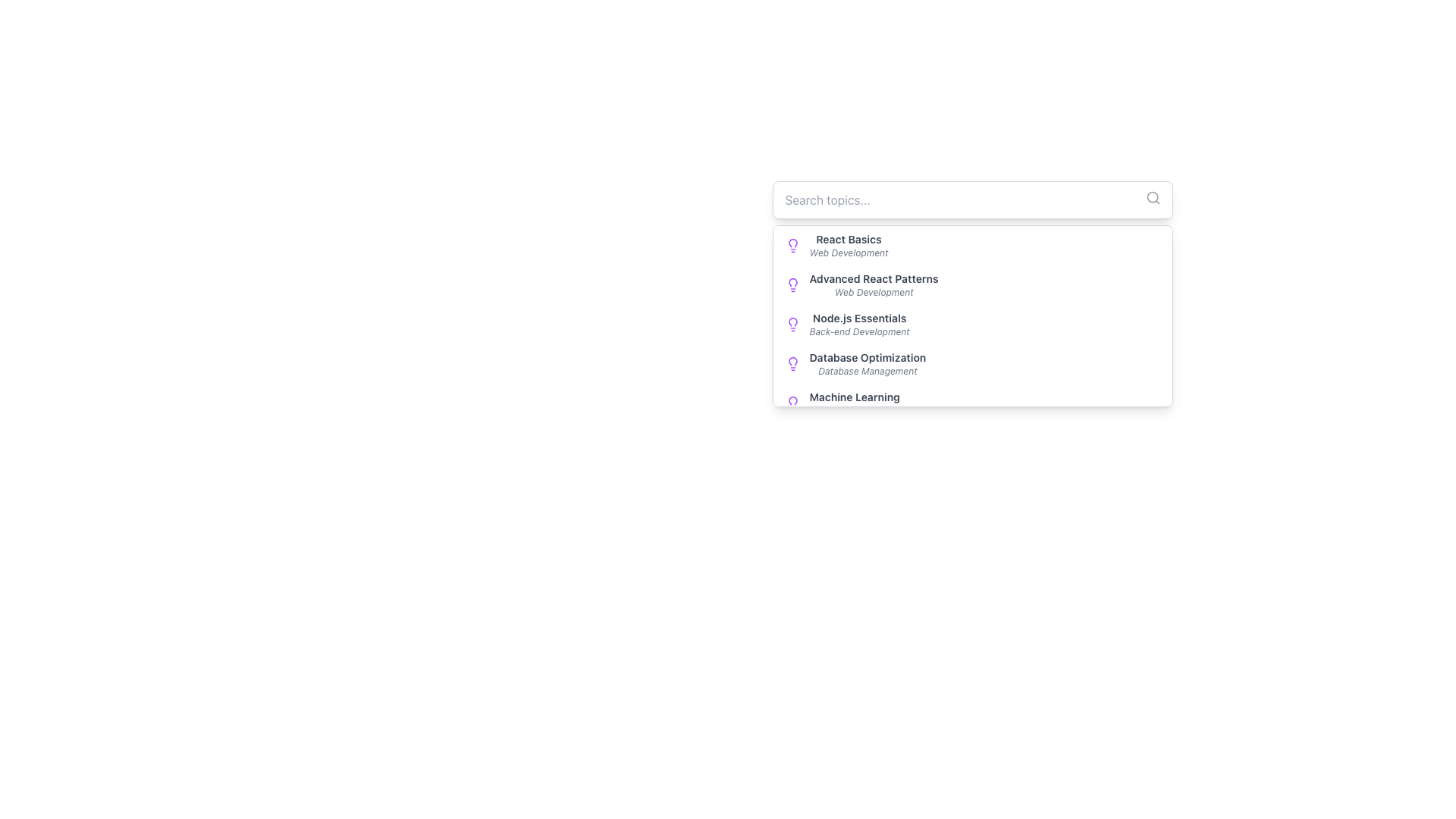 The height and width of the screenshot is (819, 1456). Describe the element at coordinates (868, 371) in the screenshot. I see `the text label that displays 'Database Management', which is styled in a small italicized gray font and located directly beneath 'Database Optimization'` at that location.